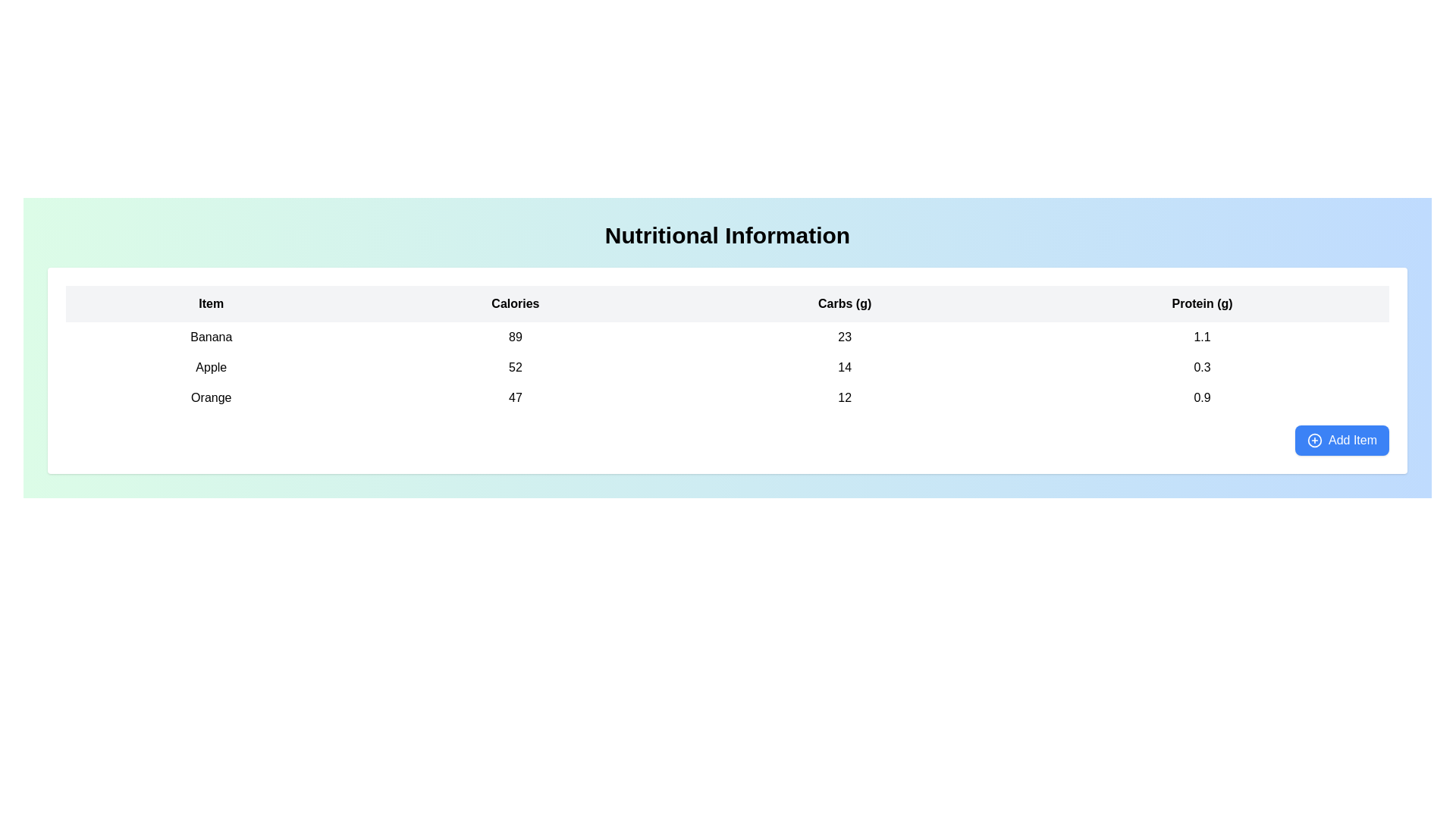  Describe the element at coordinates (515, 304) in the screenshot. I see `the table header cell containing the text 'Calories', which is the second column in the header row of the table` at that location.